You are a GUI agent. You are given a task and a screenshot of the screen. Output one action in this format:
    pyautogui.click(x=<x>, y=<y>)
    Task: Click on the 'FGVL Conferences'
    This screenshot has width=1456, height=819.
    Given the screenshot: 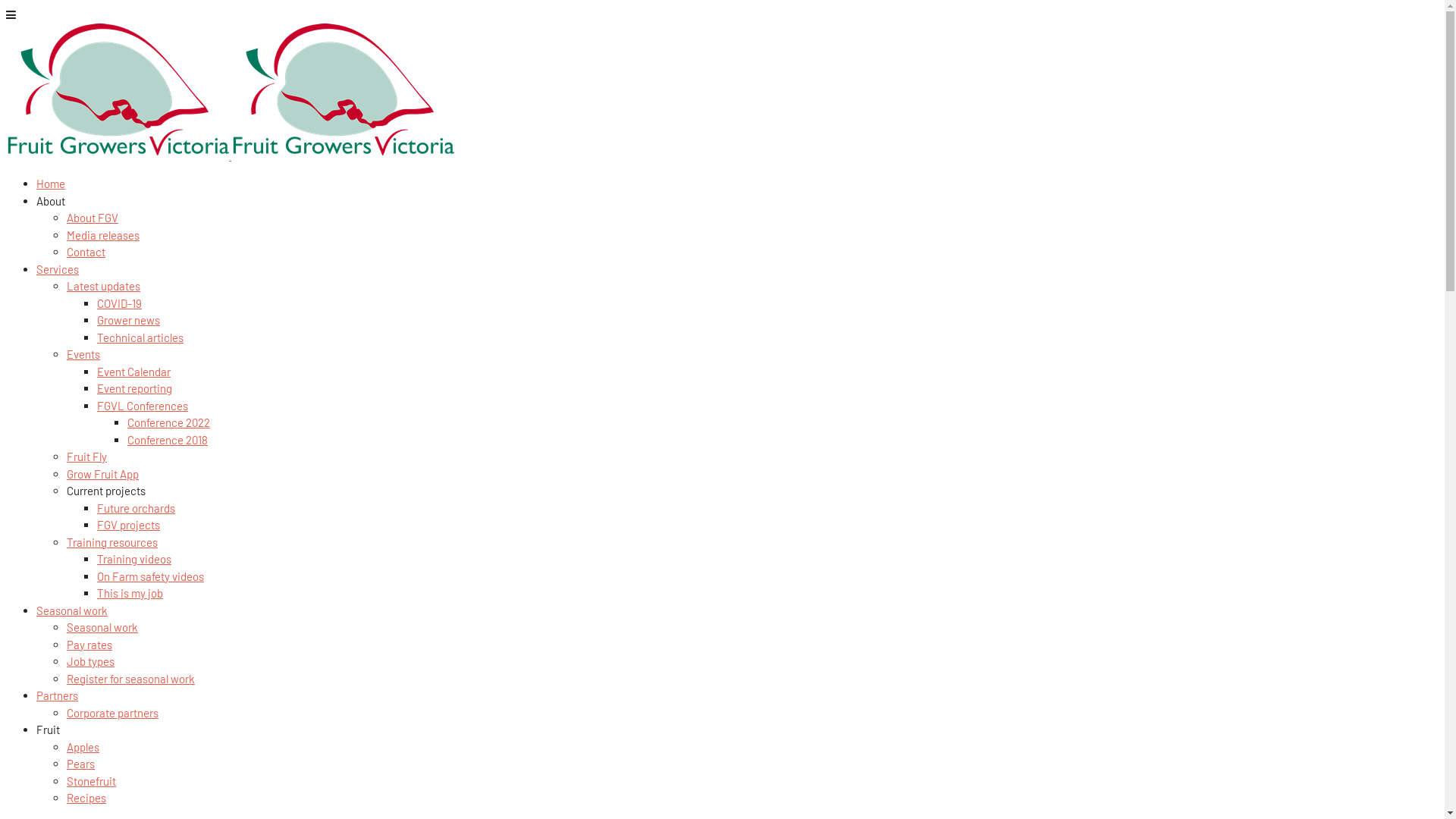 What is the action you would take?
    pyautogui.click(x=142, y=405)
    